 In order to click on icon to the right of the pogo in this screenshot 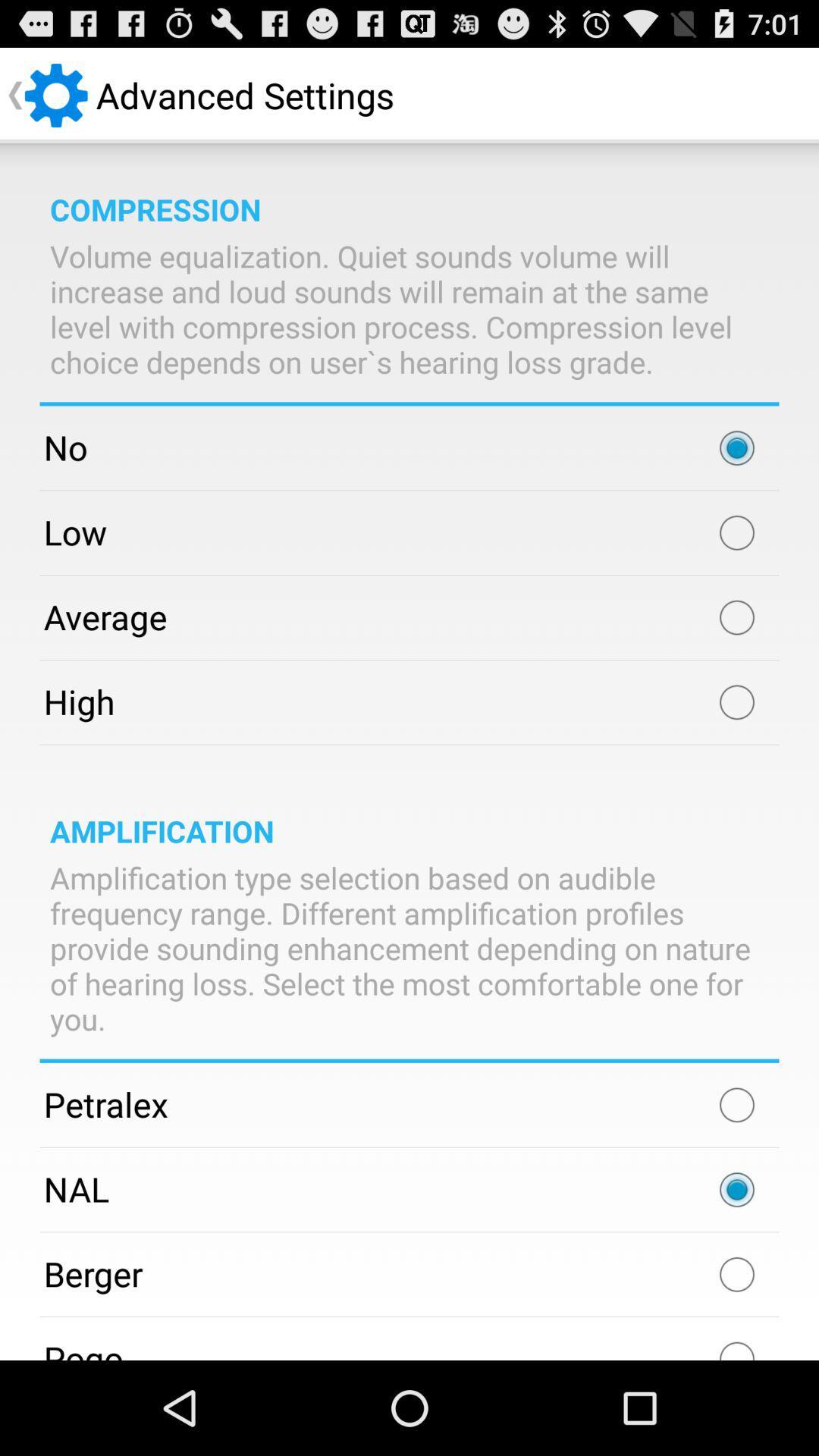, I will do `click(736, 1344)`.